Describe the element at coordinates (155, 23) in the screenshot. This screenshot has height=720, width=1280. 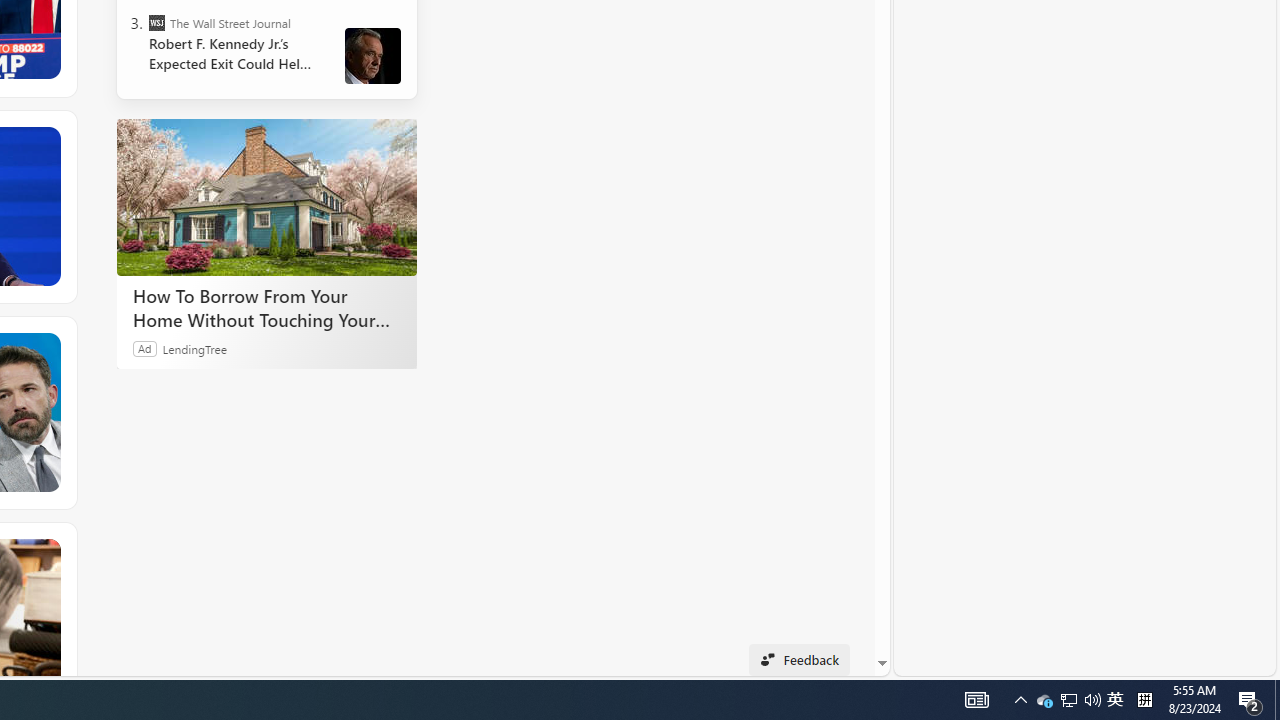
I see `'The Wall Street Journal'` at that location.